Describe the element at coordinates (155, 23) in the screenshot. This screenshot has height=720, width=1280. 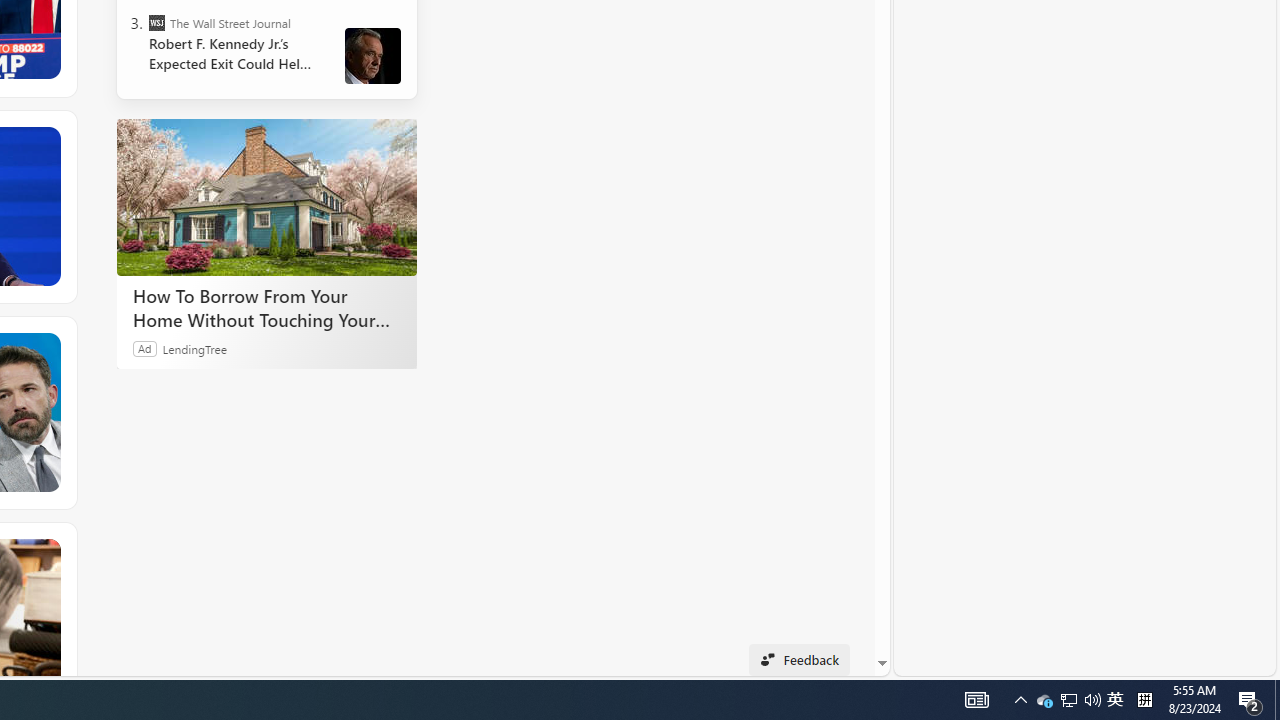
I see `'The Wall Street Journal'` at that location.